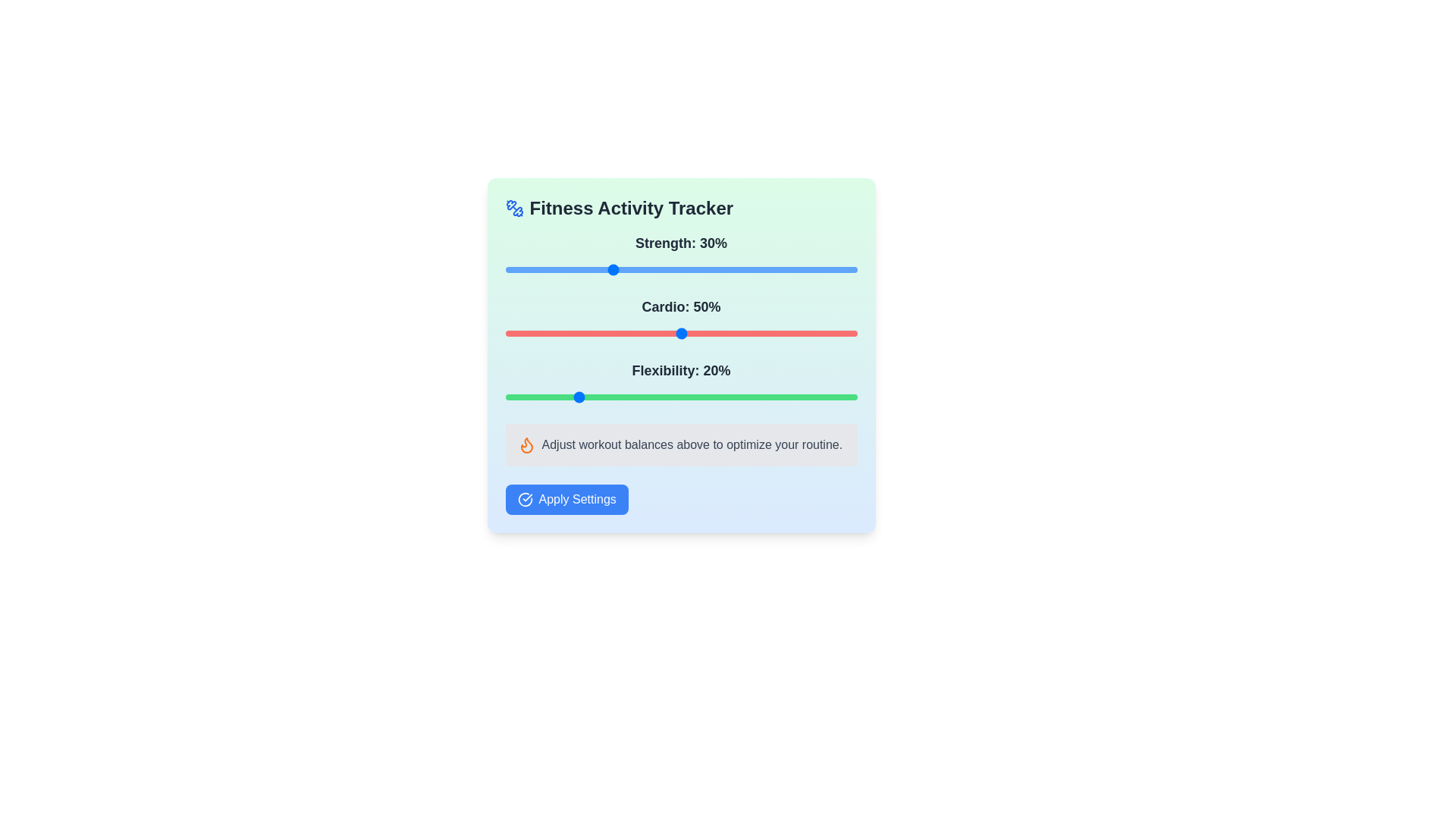 Image resolution: width=1456 pixels, height=819 pixels. Describe the element at coordinates (585, 332) in the screenshot. I see `cardio level` at that location.